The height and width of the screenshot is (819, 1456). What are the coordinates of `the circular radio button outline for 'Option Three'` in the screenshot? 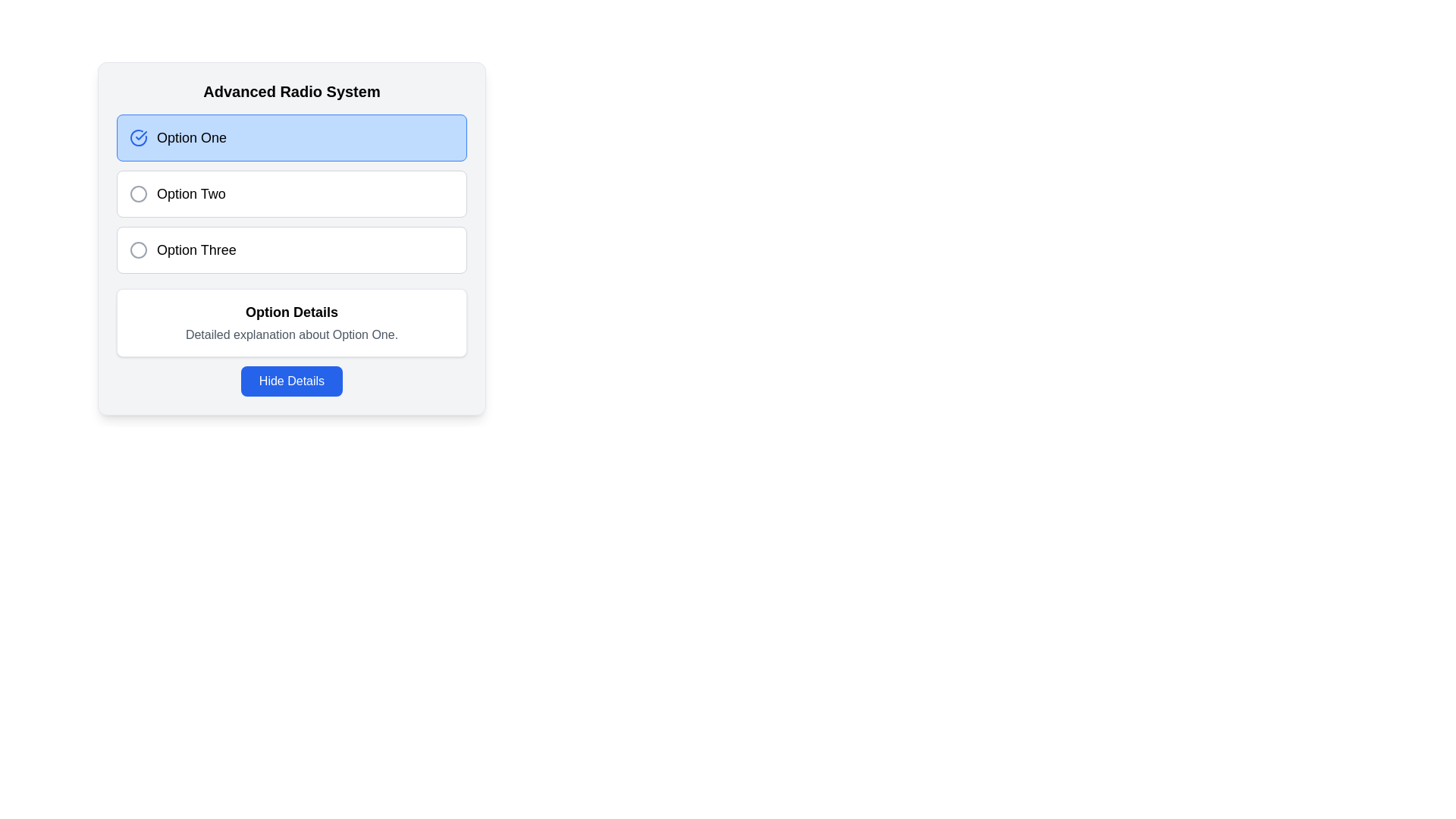 It's located at (138, 249).